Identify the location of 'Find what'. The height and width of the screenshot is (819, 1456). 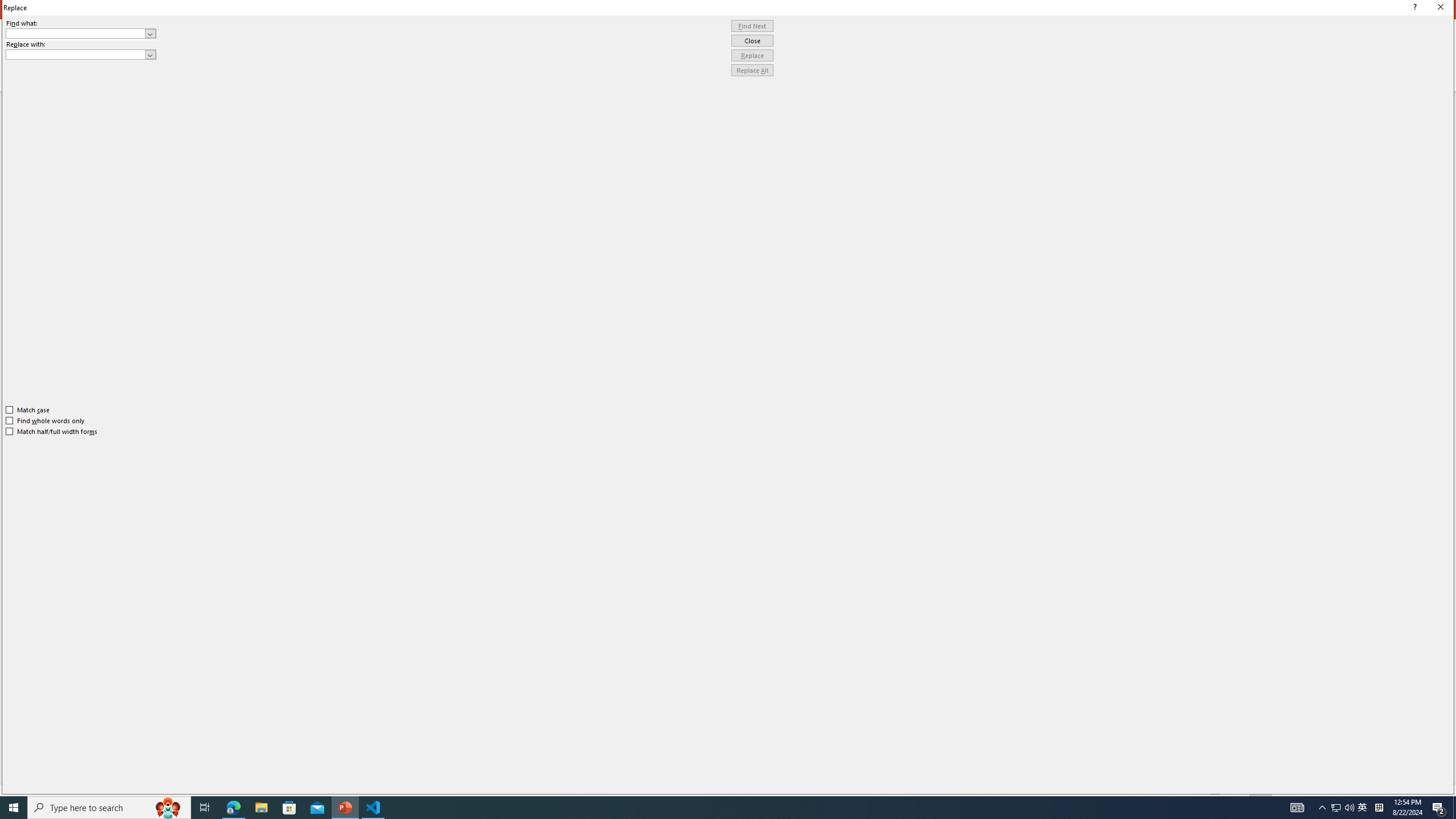
(81, 33).